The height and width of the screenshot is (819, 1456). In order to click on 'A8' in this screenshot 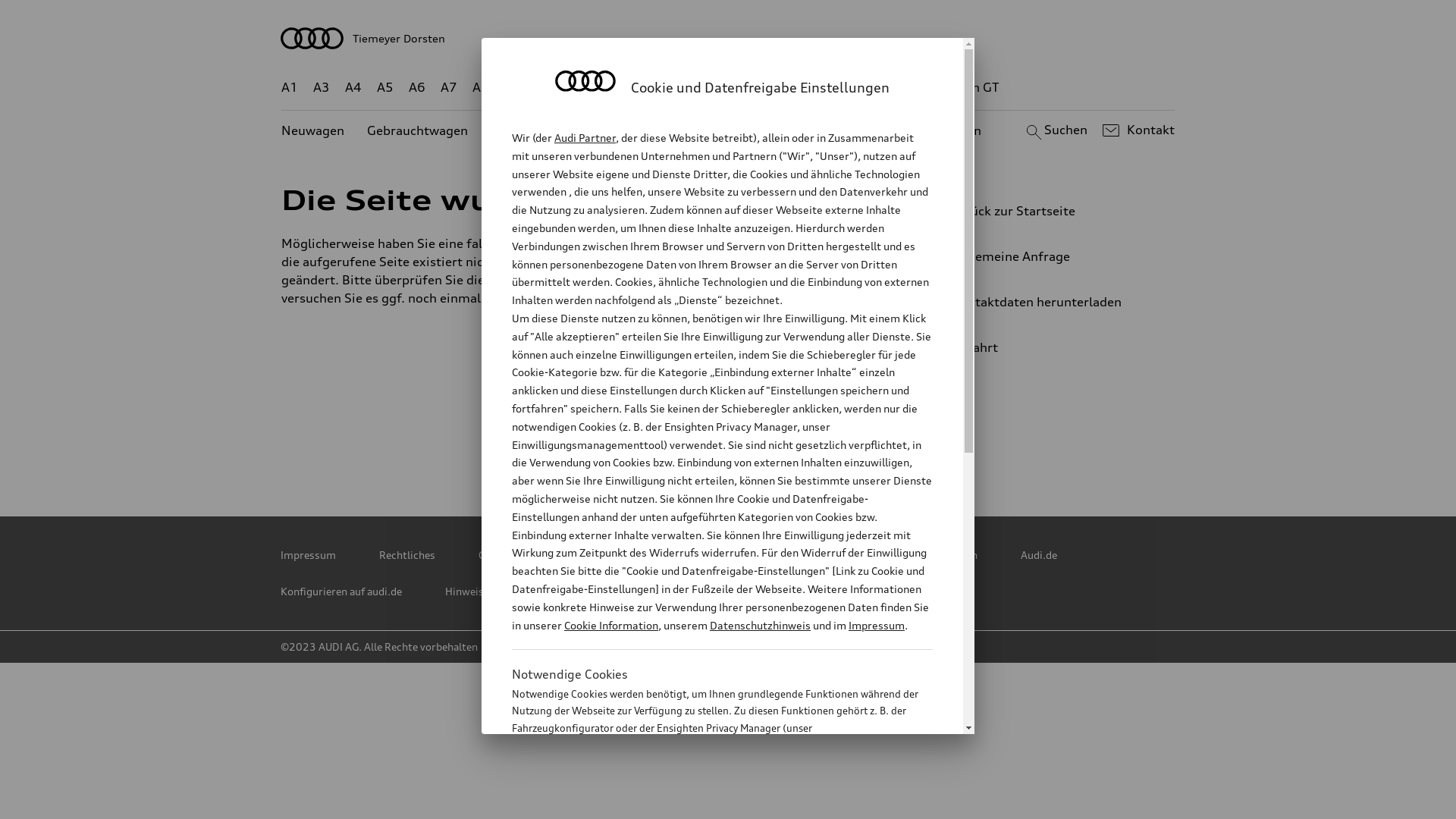, I will do `click(479, 87)`.